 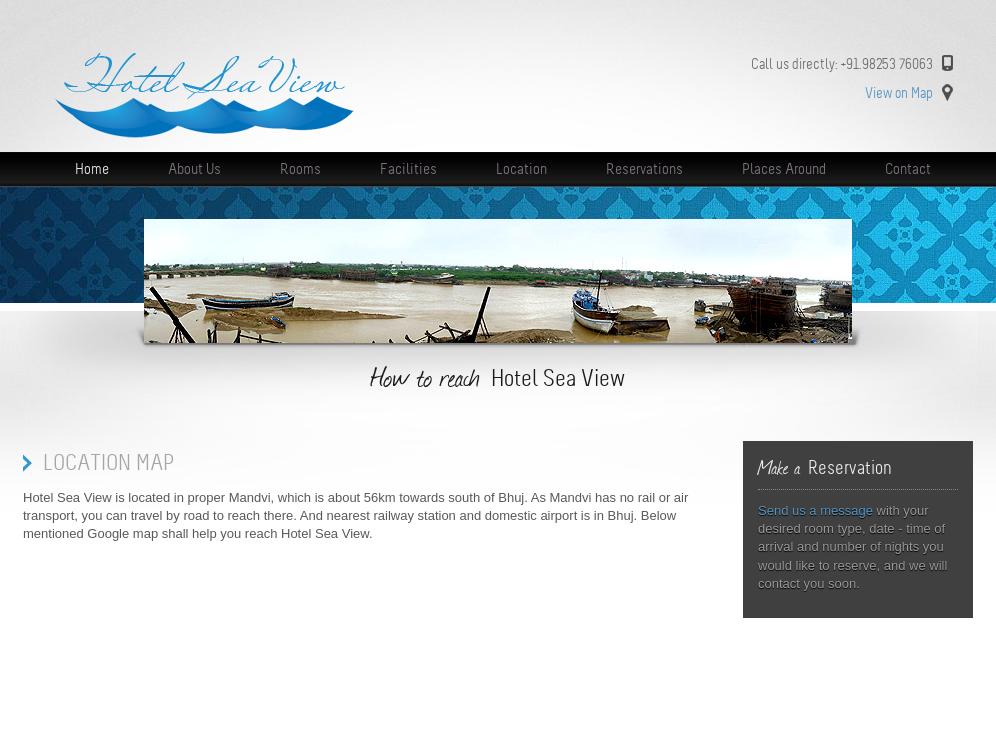 I want to click on 'Hotel Sea View', so click(x=490, y=378).